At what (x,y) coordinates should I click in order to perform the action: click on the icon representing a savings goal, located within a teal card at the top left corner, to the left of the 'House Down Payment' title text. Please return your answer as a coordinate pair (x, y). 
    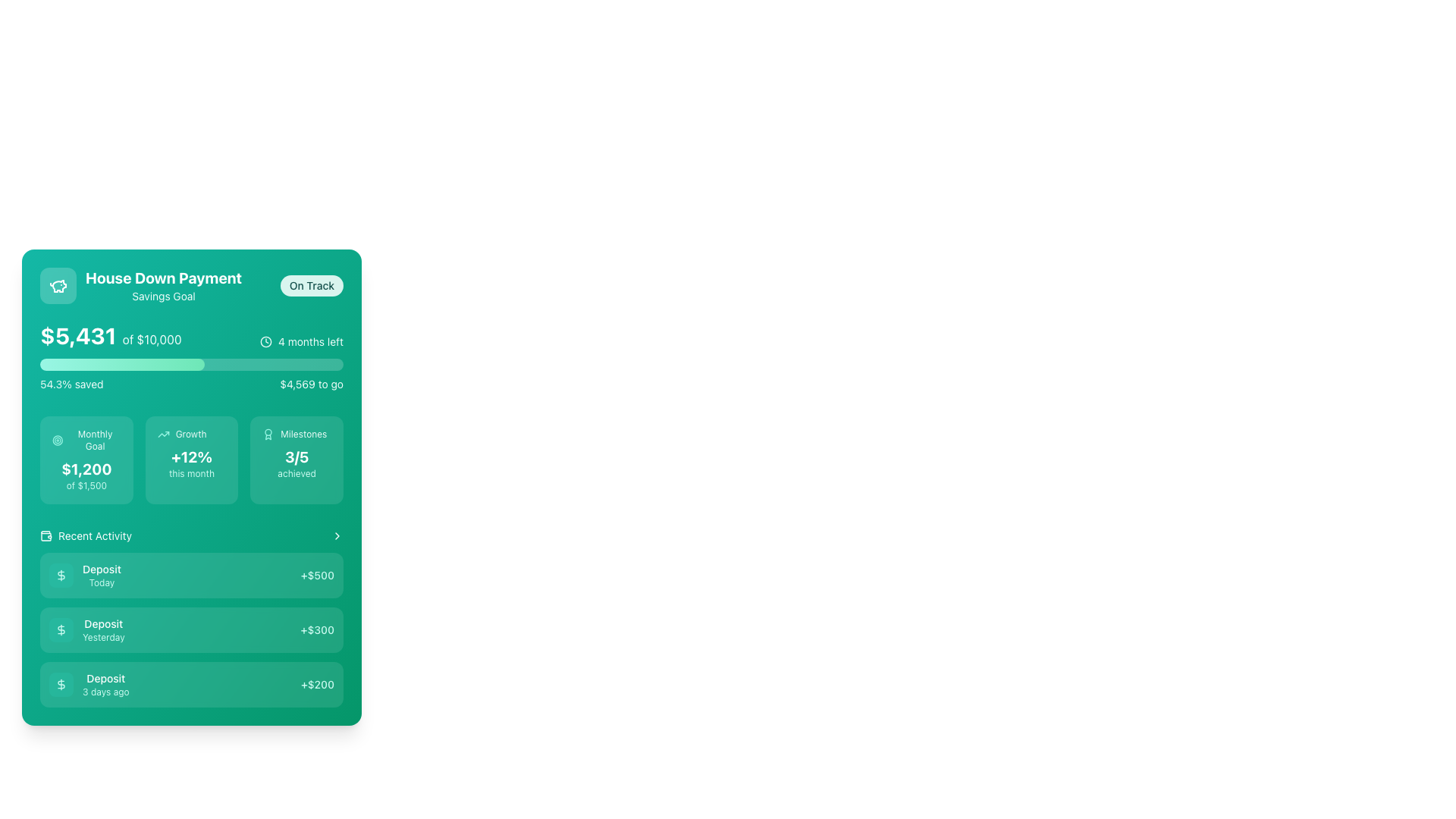
    Looking at the image, I should click on (58, 286).